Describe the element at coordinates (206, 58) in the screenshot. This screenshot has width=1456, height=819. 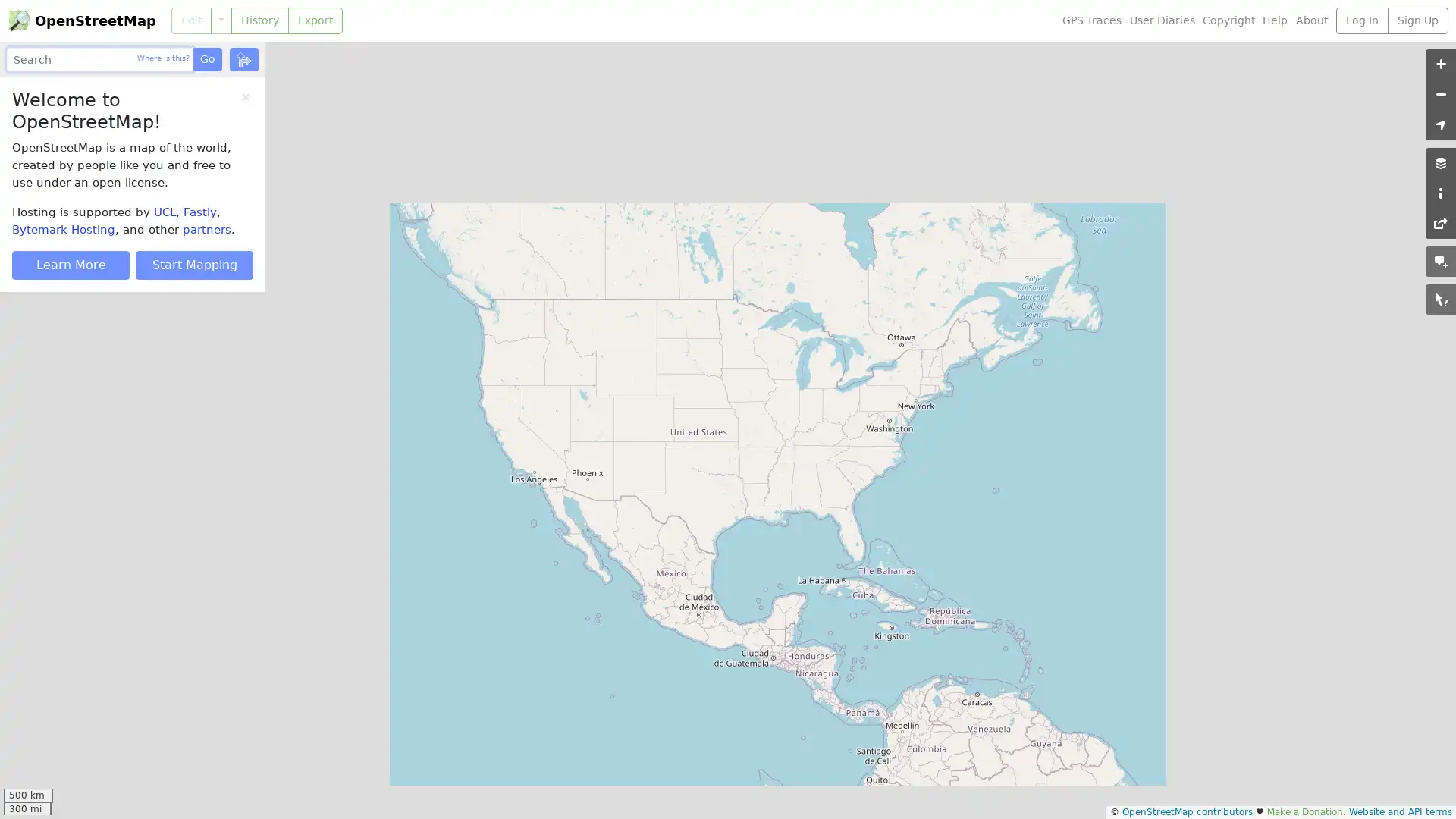
I see `Go` at that location.